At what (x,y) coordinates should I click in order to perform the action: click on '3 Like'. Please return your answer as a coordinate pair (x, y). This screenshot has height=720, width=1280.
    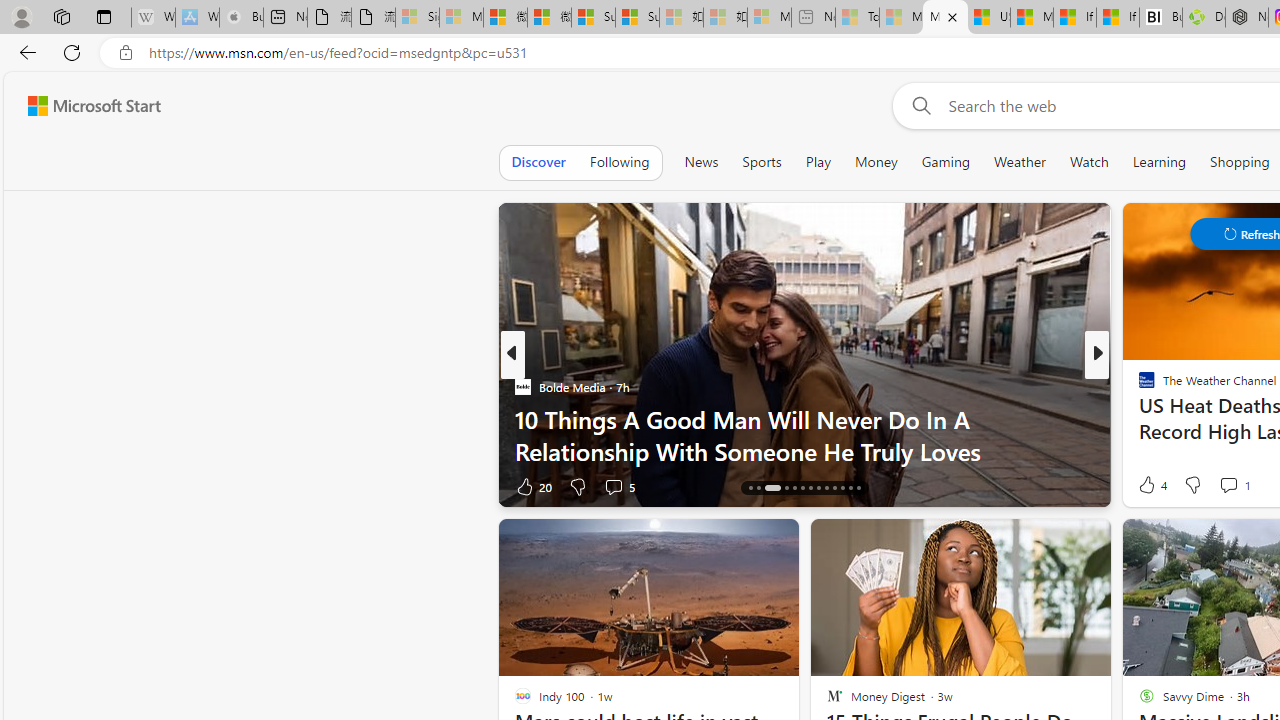
    Looking at the image, I should click on (1145, 486).